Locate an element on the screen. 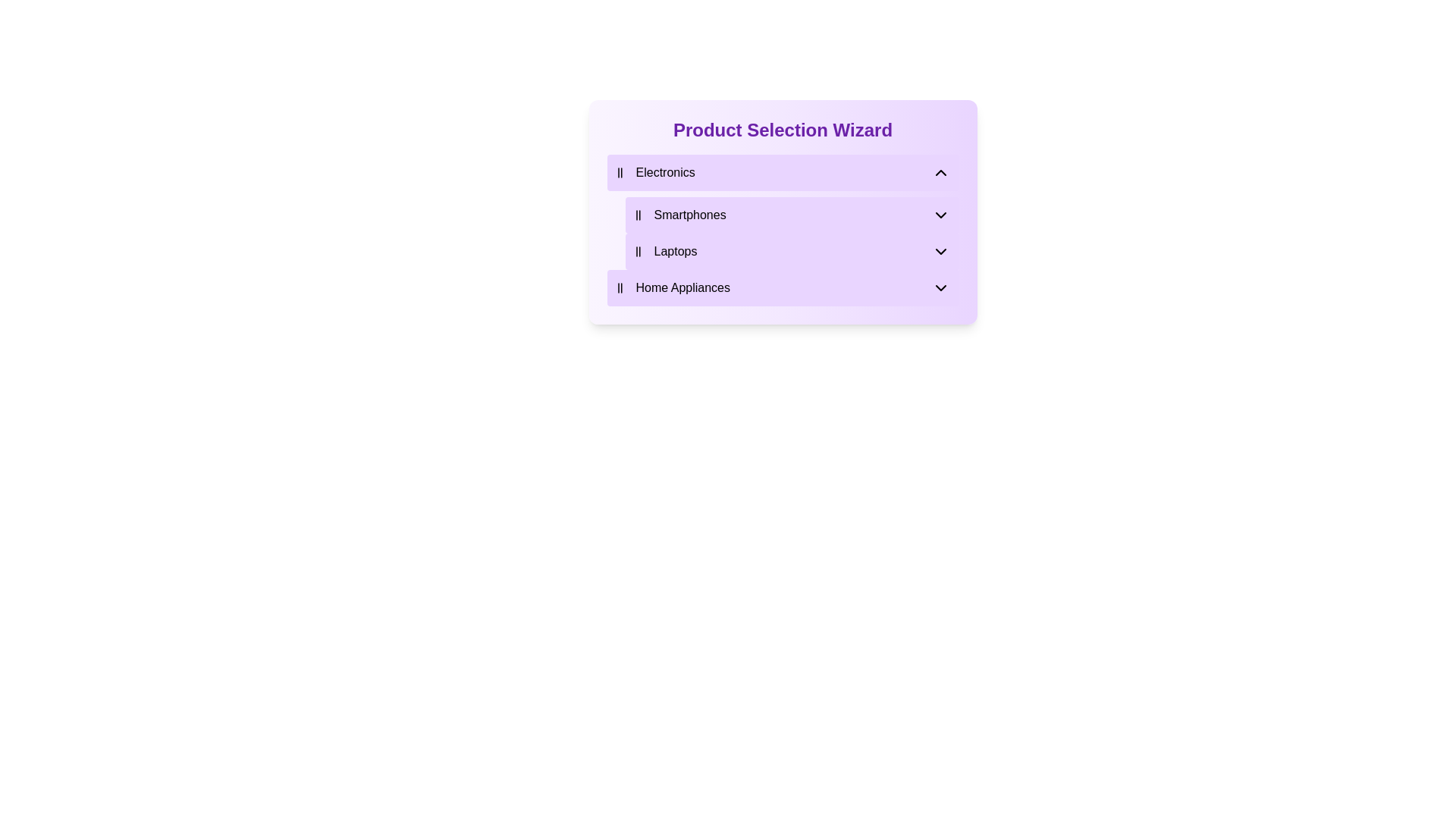 Image resolution: width=1456 pixels, height=819 pixels. the chevron icon located to the far right of the 'Home Appliances' label is located at coordinates (940, 288).